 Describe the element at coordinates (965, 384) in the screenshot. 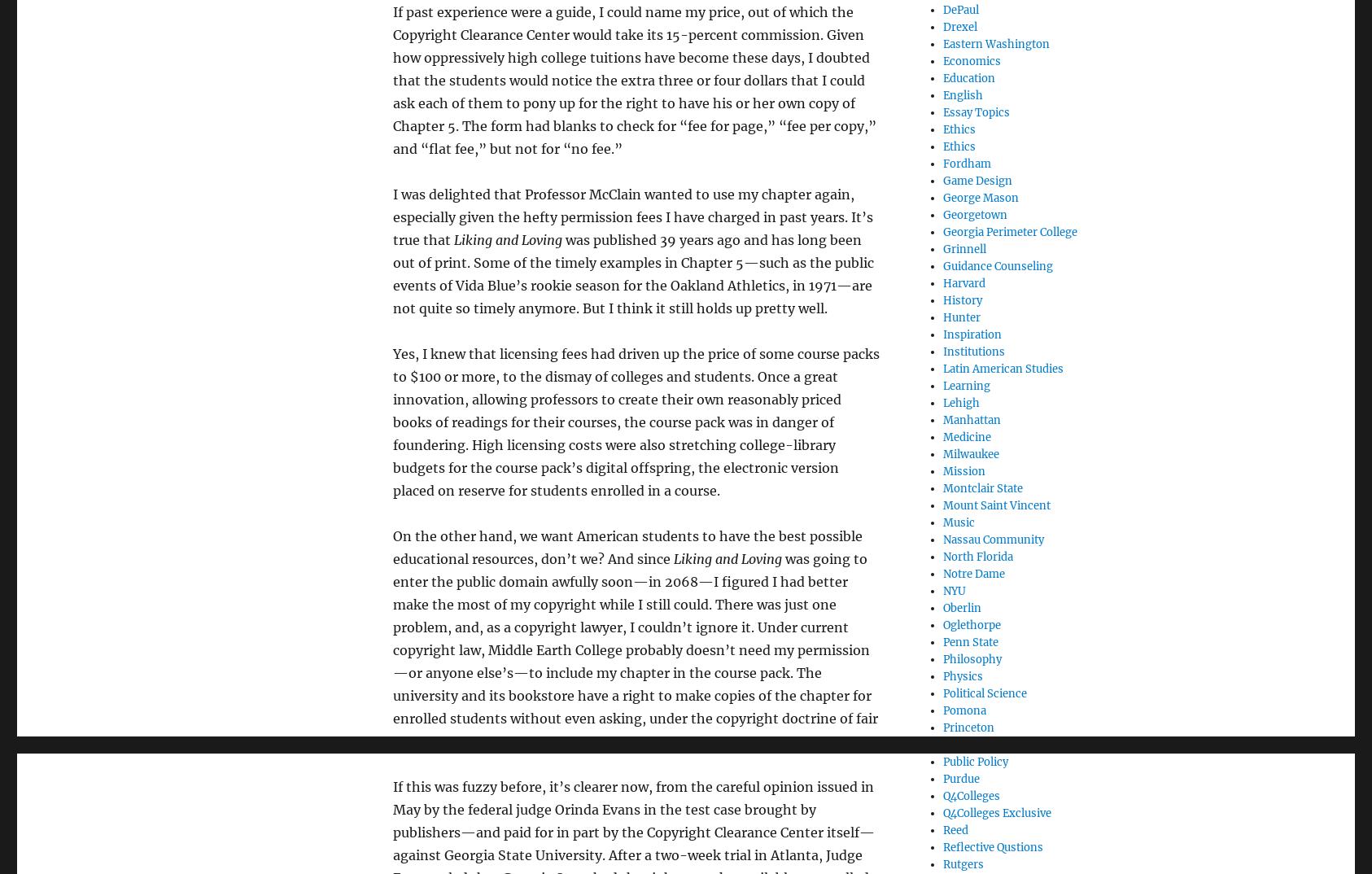

I see `'Learning'` at that location.